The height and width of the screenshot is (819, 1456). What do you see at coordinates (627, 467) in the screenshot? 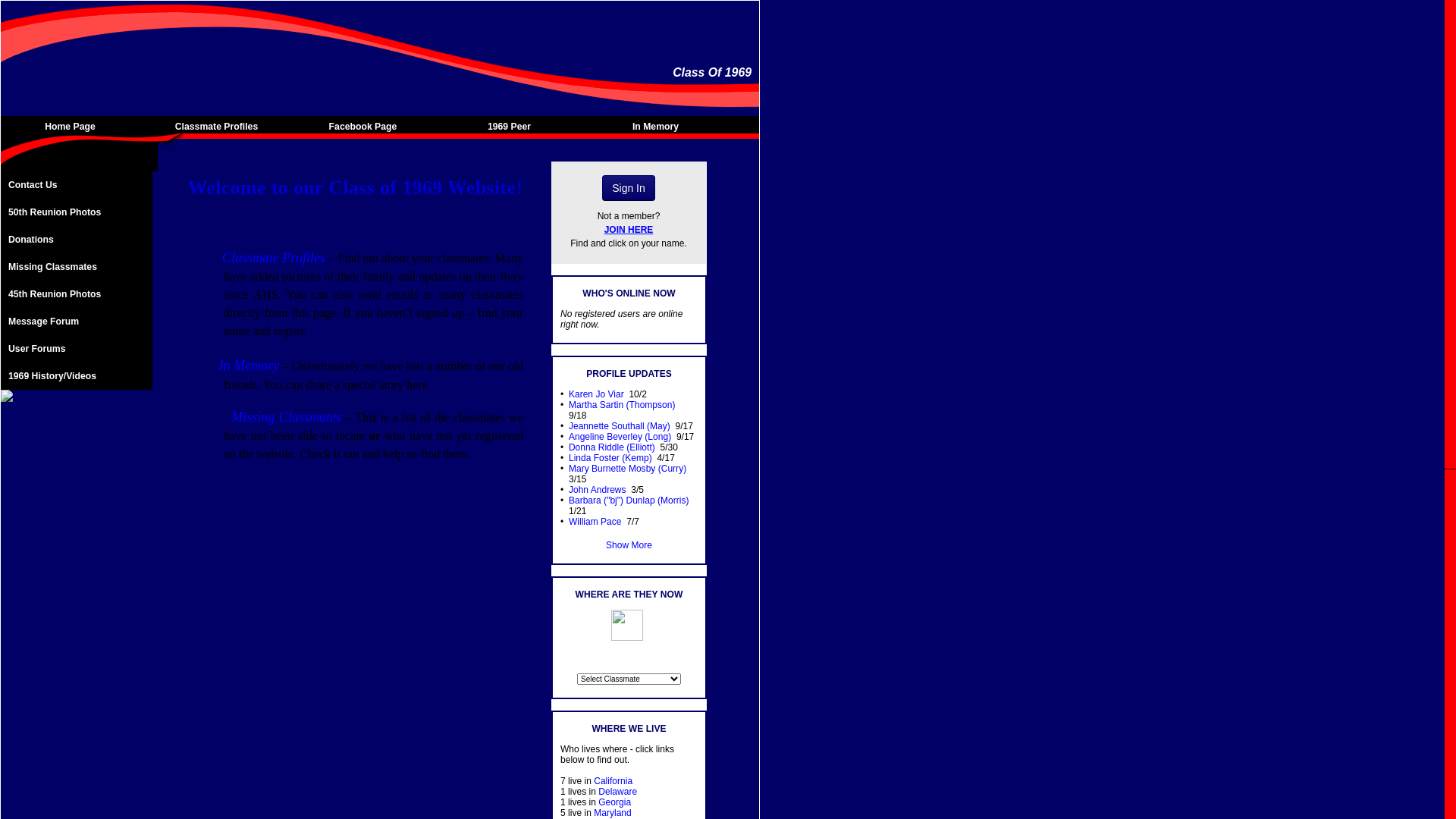
I see `'Mary Burnette Mosby (Curry)'` at bounding box center [627, 467].